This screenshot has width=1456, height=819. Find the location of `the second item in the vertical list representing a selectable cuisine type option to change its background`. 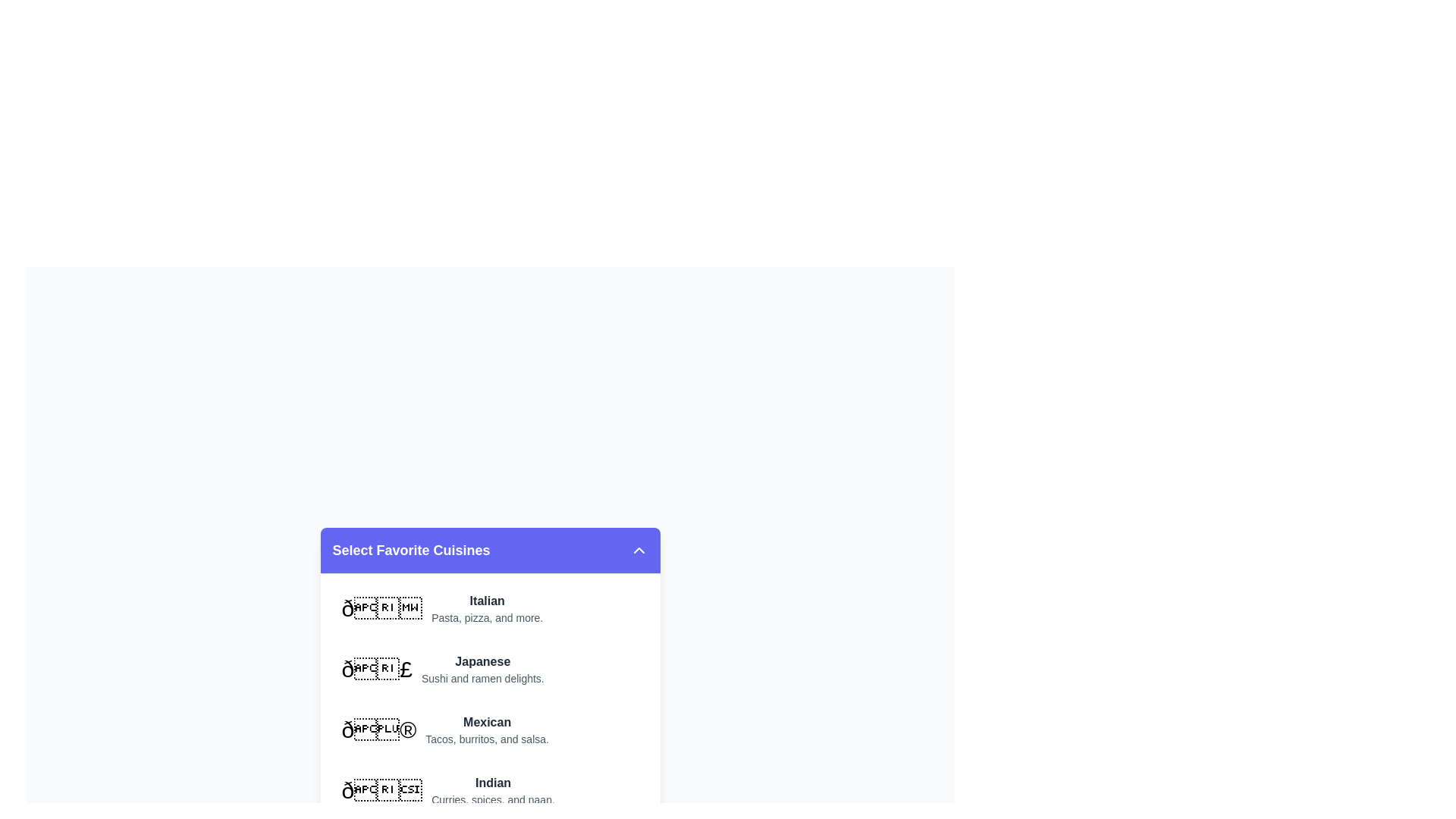

the second item in the vertical list representing a selectable cuisine type option to change its background is located at coordinates (490, 668).